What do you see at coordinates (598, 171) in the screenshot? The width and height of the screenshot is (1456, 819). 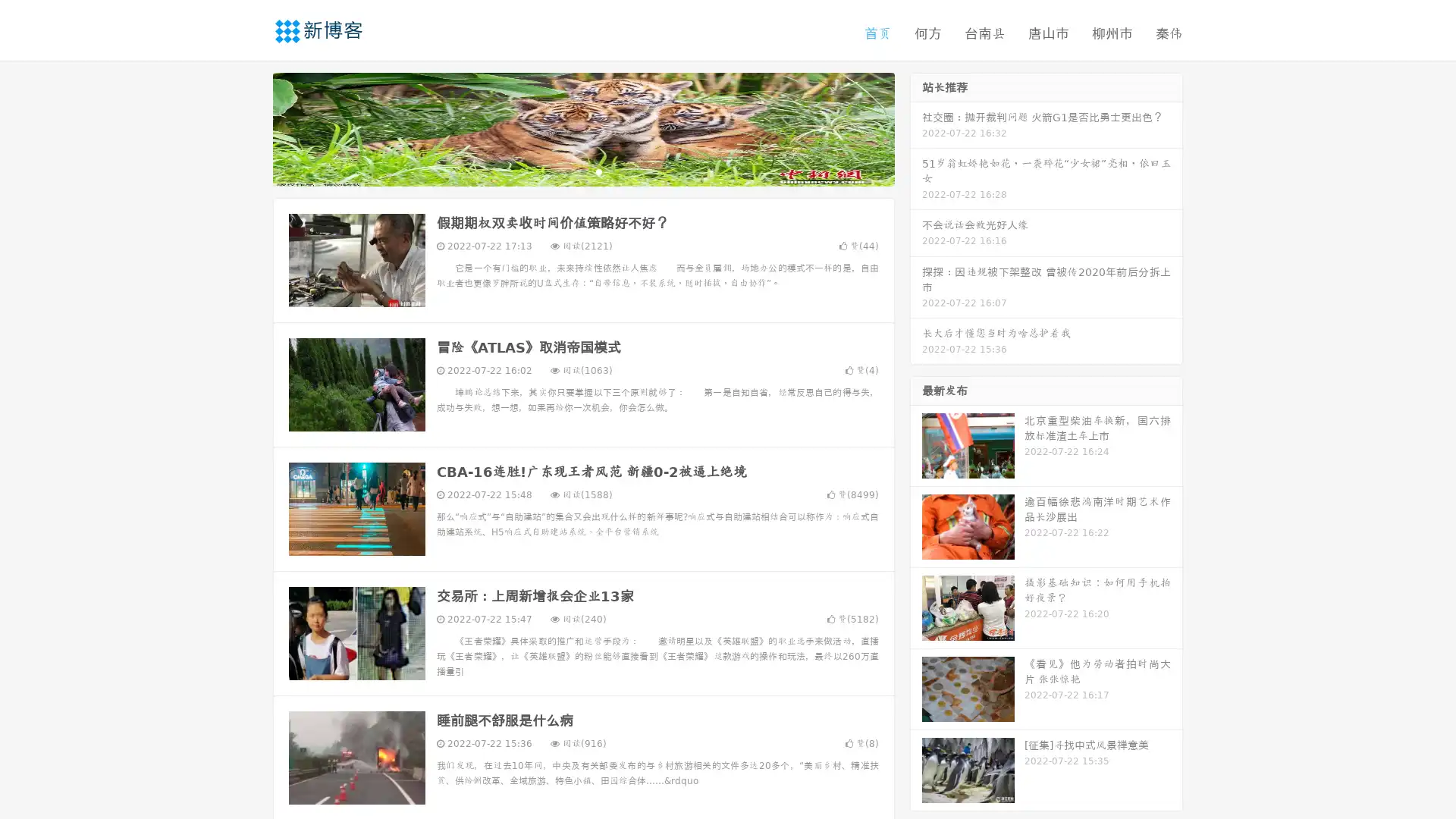 I see `Go to slide 3` at bounding box center [598, 171].